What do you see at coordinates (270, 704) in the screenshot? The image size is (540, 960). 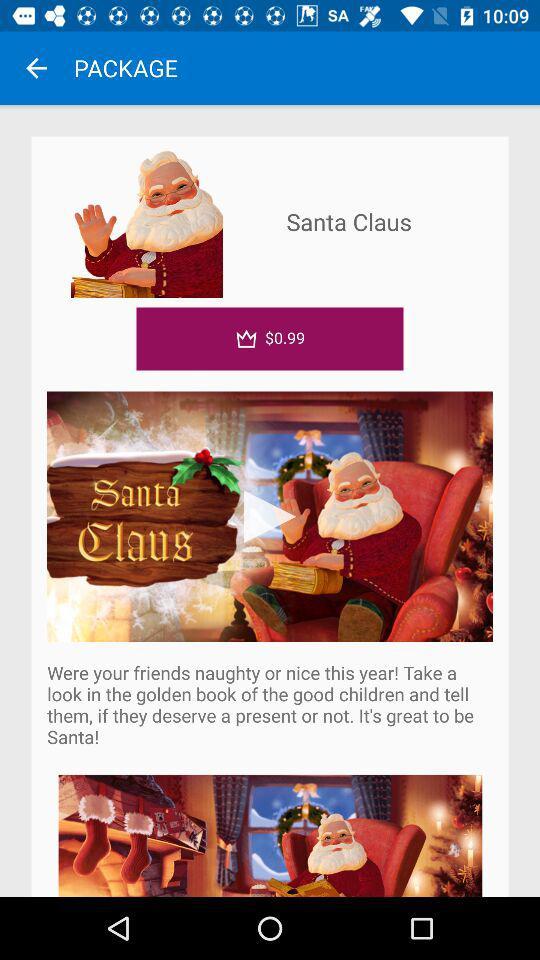 I see `the were your friends icon` at bounding box center [270, 704].